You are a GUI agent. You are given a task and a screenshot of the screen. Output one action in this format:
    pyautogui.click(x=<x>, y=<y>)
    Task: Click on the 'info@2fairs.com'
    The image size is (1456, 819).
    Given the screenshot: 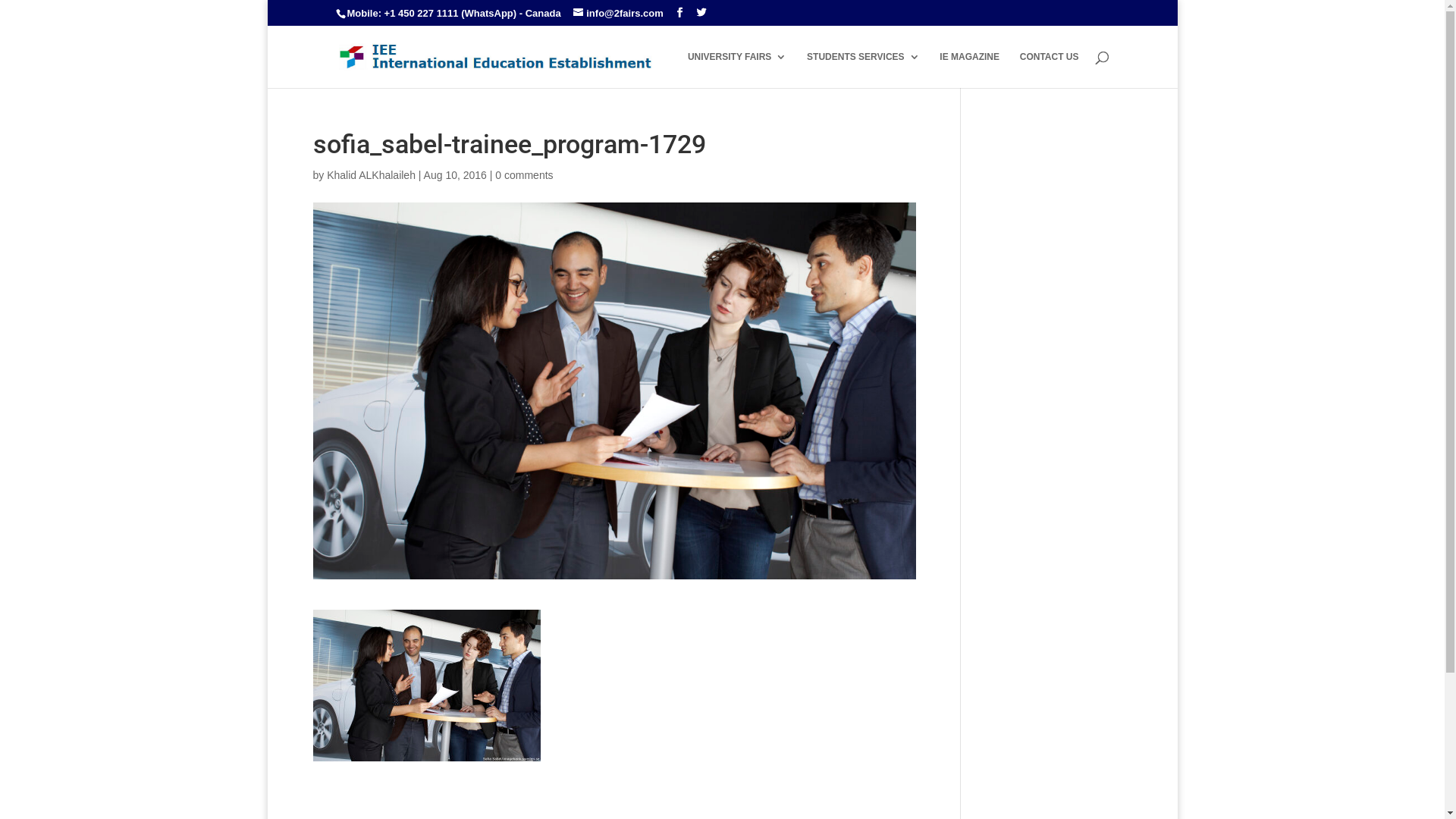 What is the action you would take?
    pyautogui.click(x=618, y=13)
    